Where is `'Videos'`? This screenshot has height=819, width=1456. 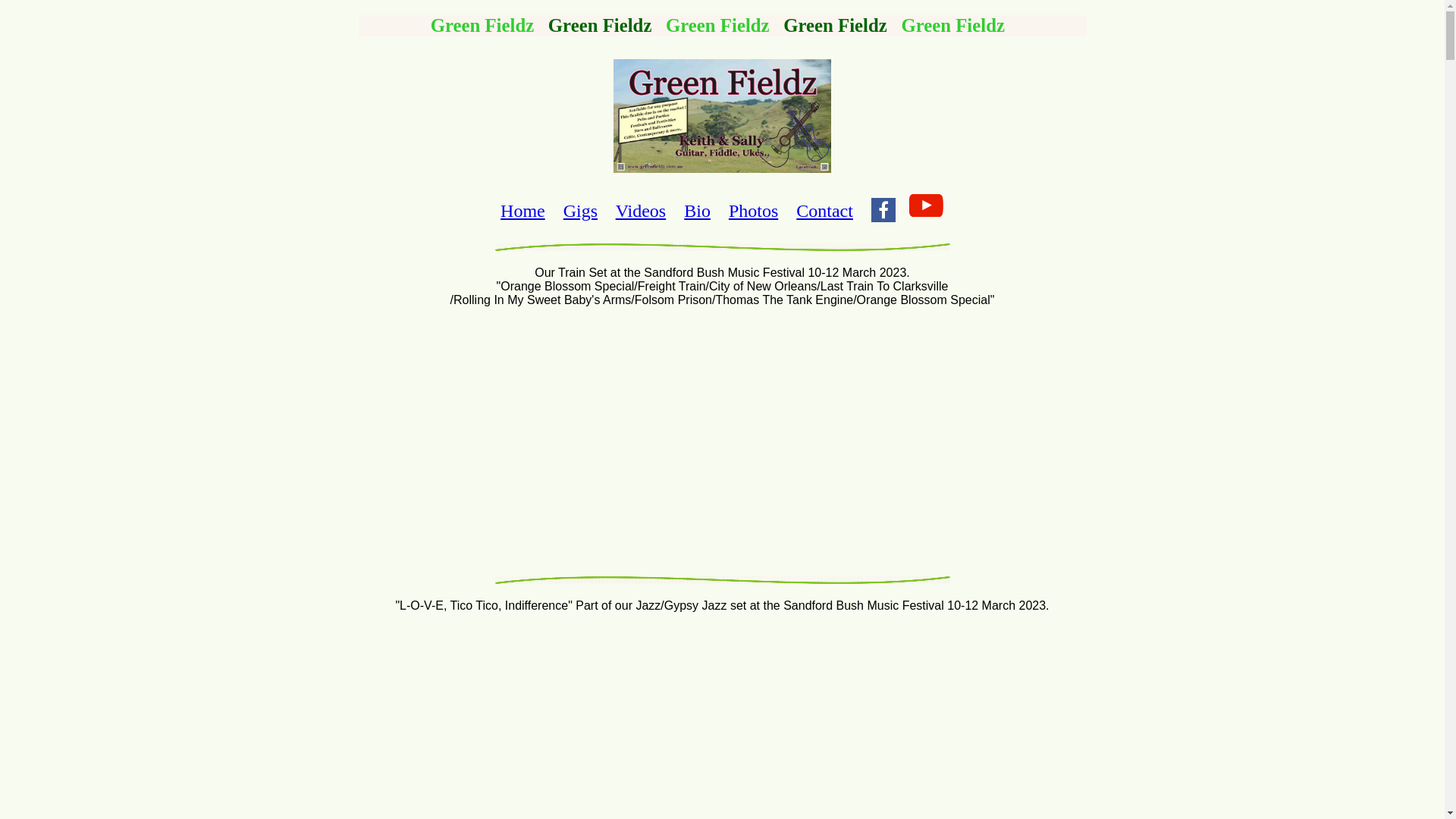 'Videos' is located at coordinates (641, 210).